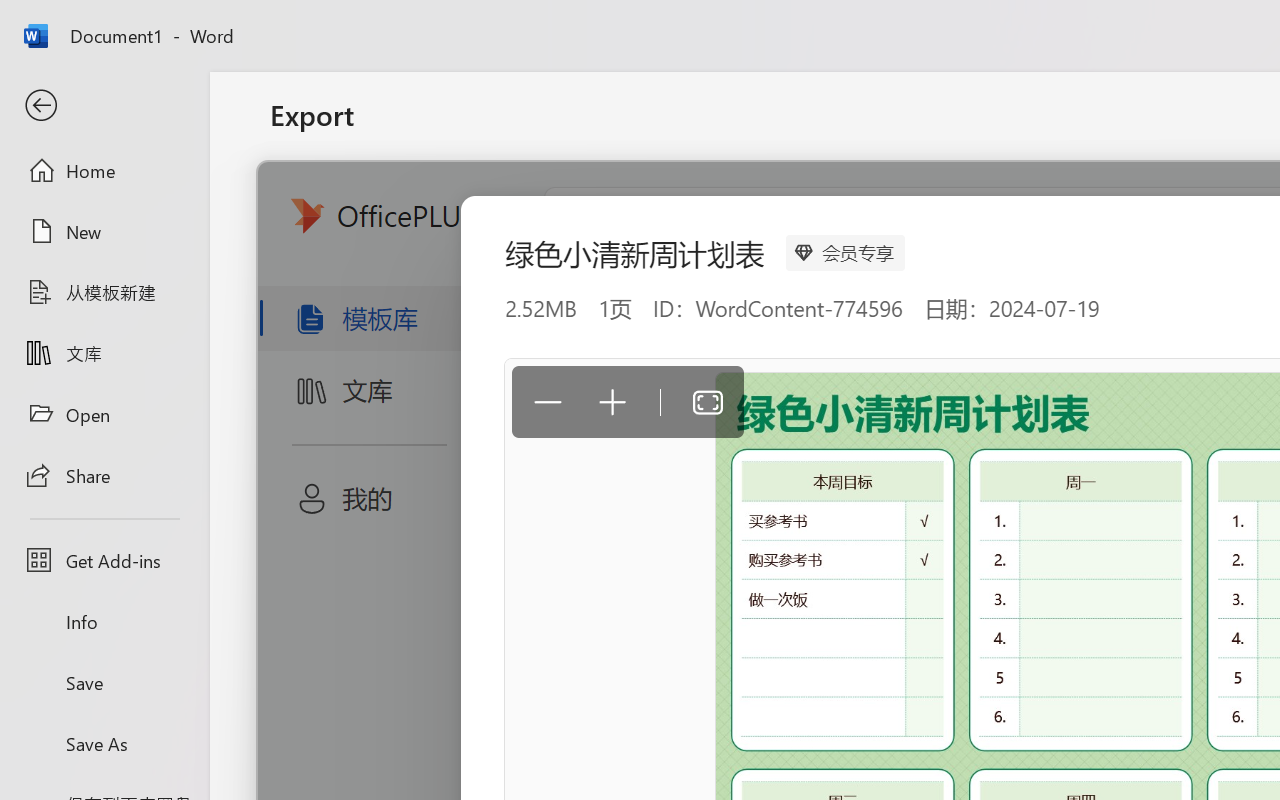 Image resolution: width=1280 pixels, height=800 pixels. Describe the element at coordinates (103, 743) in the screenshot. I see `'Save As'` at that location.